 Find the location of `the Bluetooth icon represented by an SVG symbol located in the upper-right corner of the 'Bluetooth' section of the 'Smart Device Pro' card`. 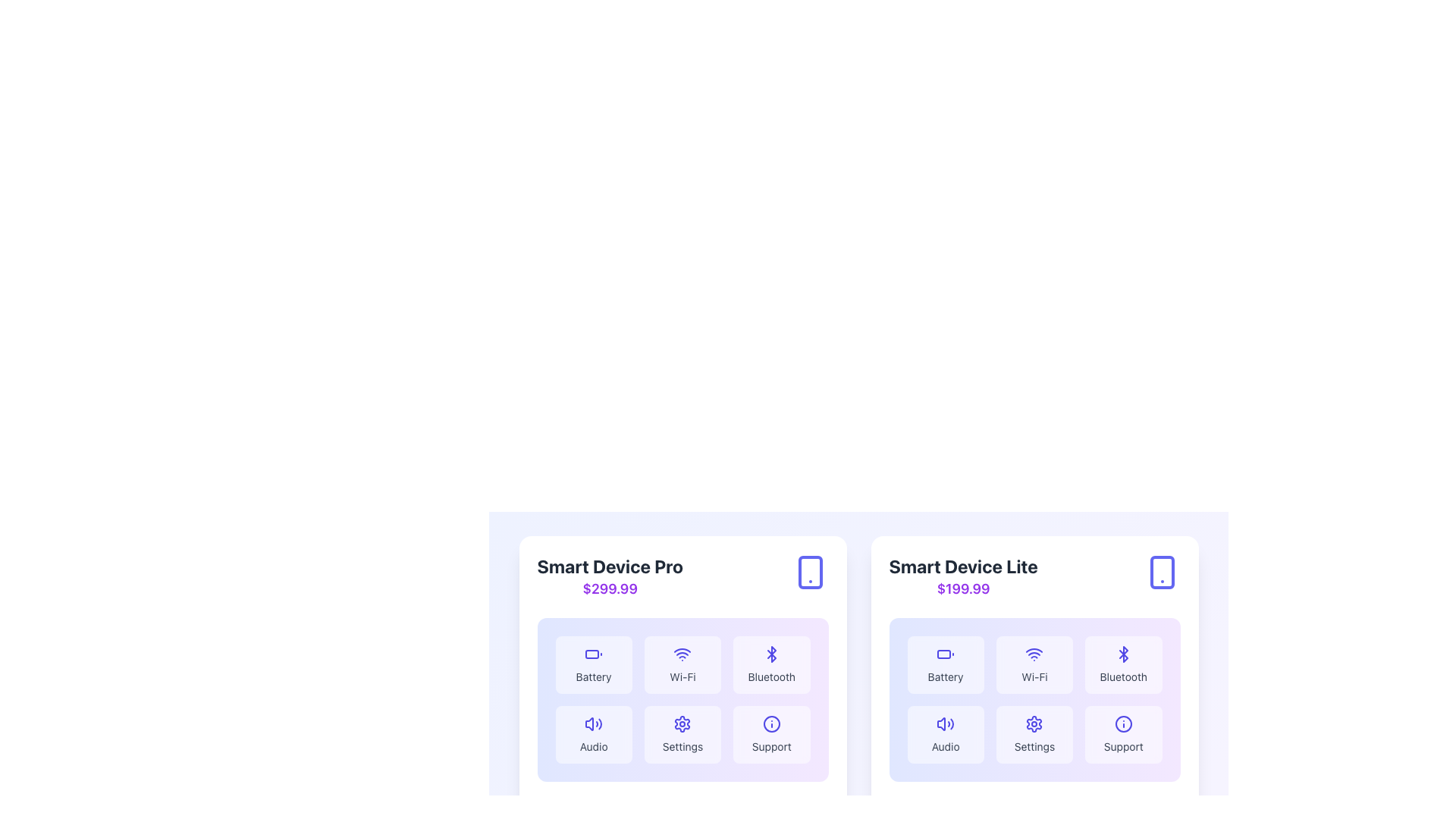

the Bluetooth icon represented by an SVG symbol located in the upper-right corner of the 'Bluetooth' section of the 'Smart Device Pro' card is located at coordinates (771, 654).